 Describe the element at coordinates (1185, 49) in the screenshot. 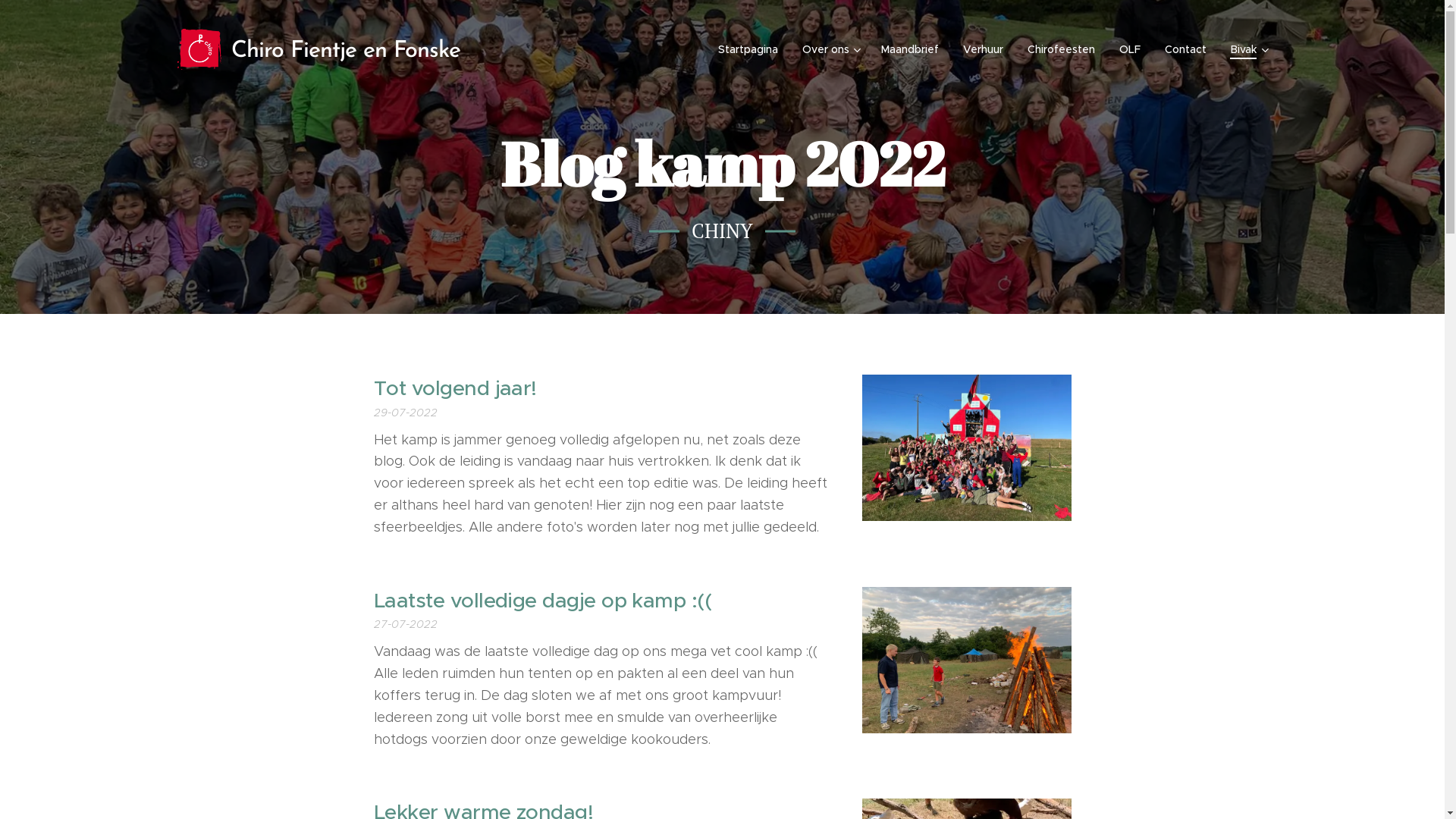

I see `'Contact'` at that location.